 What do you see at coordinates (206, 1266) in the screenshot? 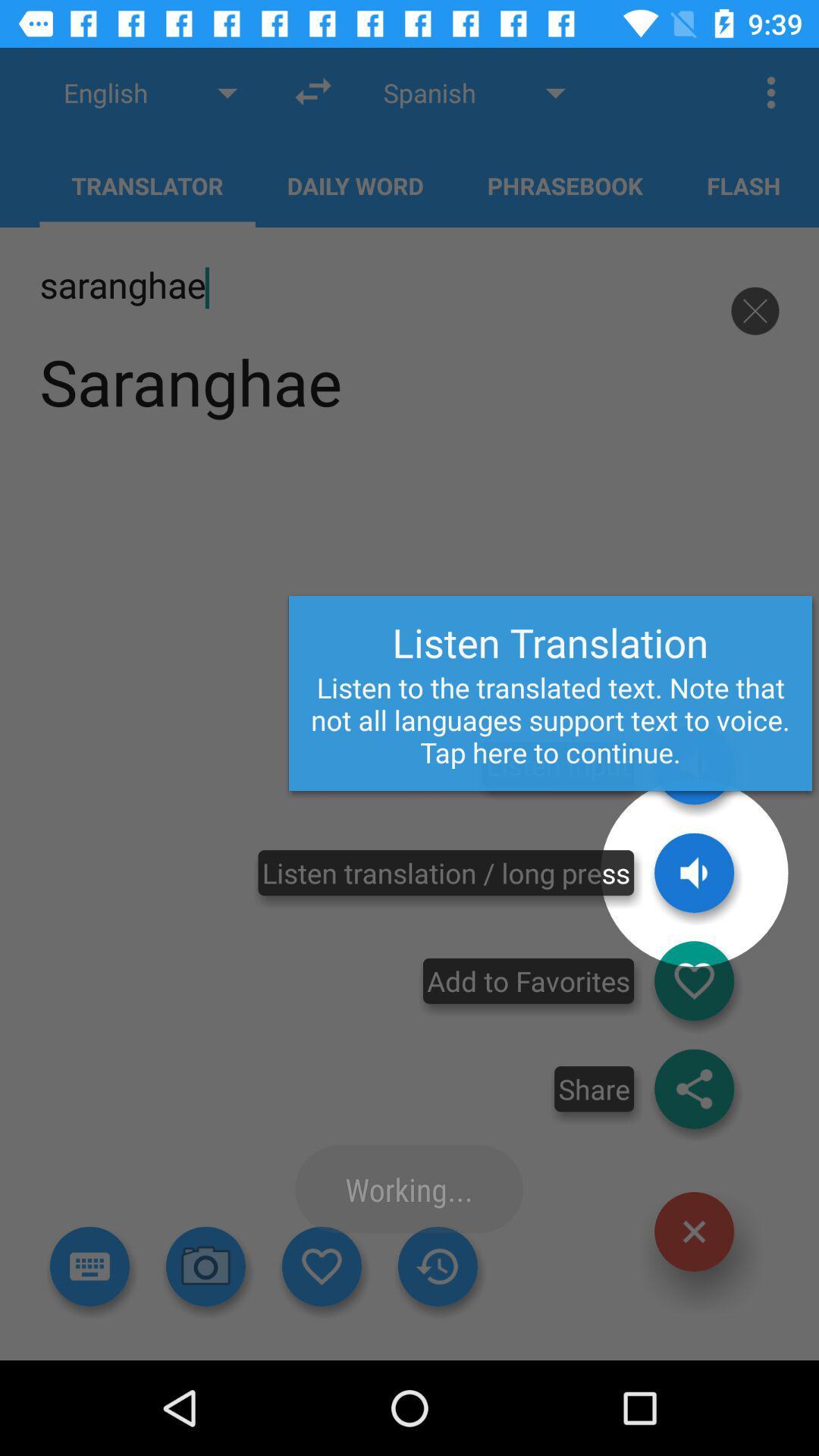
I see `the photo icon` at bounding box center [206, 1266].